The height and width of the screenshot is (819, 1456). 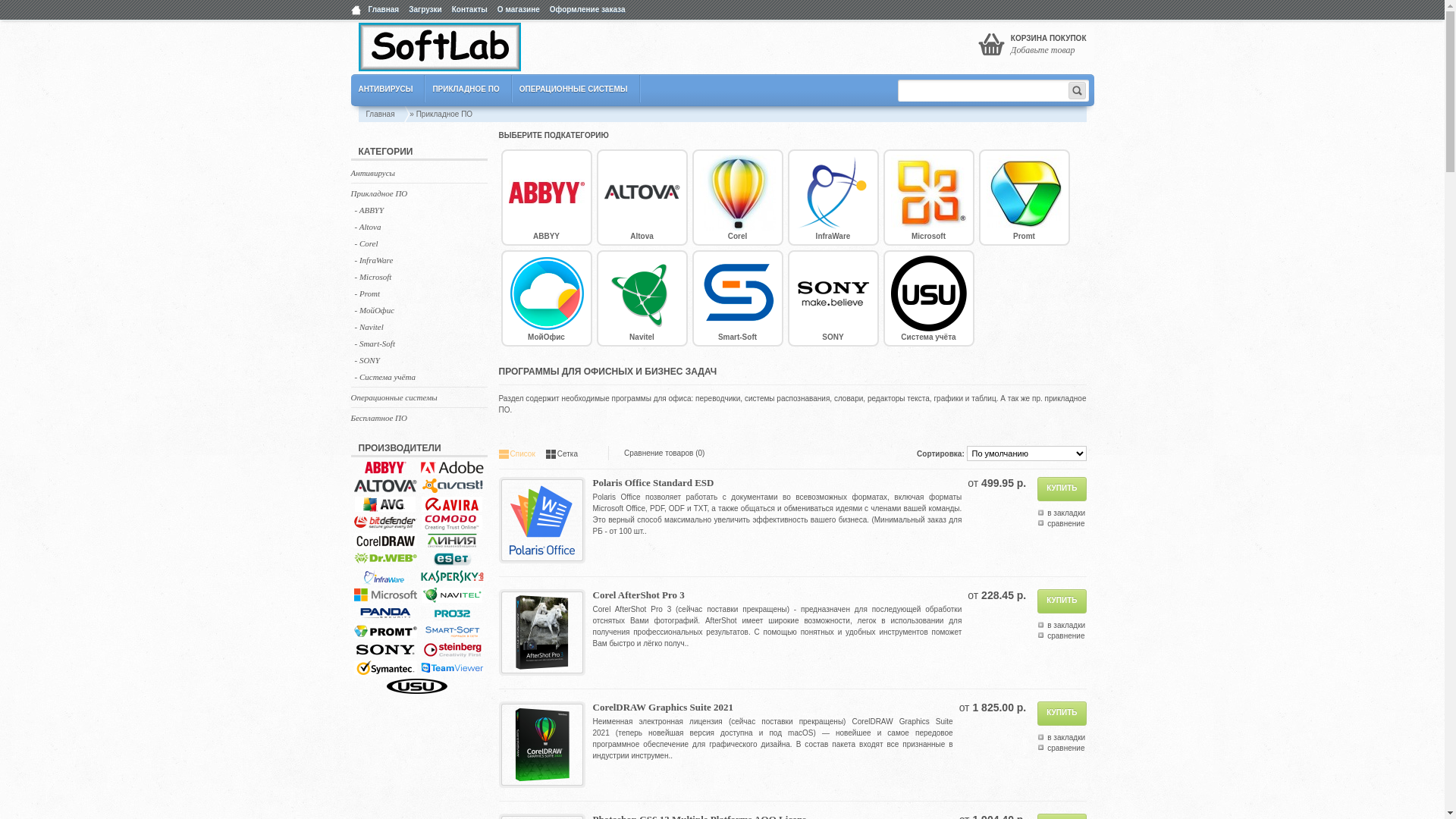 What do you see at coordinates (353, 259) in the screenshot?
I see `'- InfraWare'` at bounding box center [353, 259].